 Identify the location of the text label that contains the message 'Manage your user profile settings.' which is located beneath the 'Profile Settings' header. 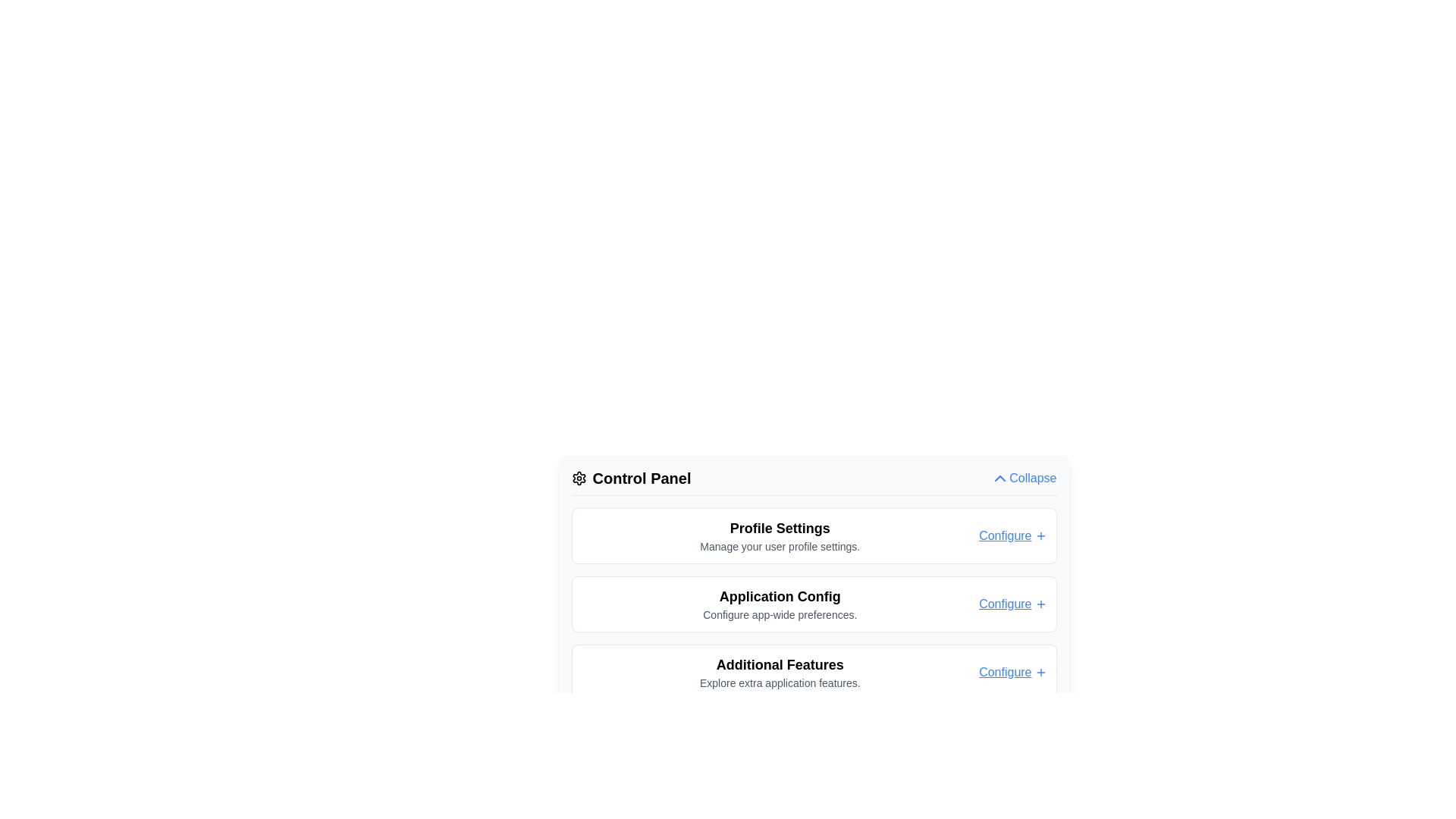
(780, 547).